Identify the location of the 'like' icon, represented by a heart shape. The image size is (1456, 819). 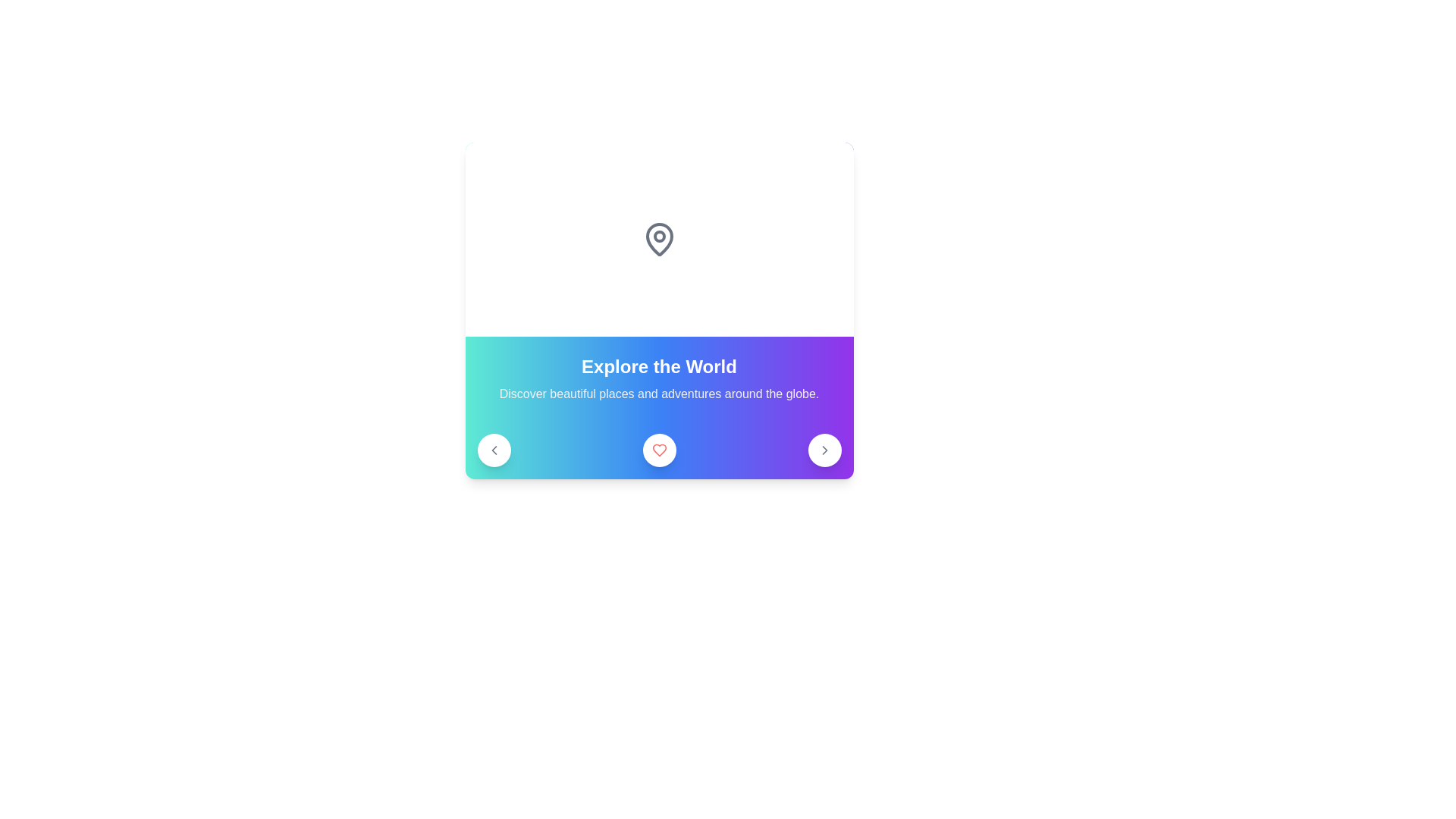
(659, 450).